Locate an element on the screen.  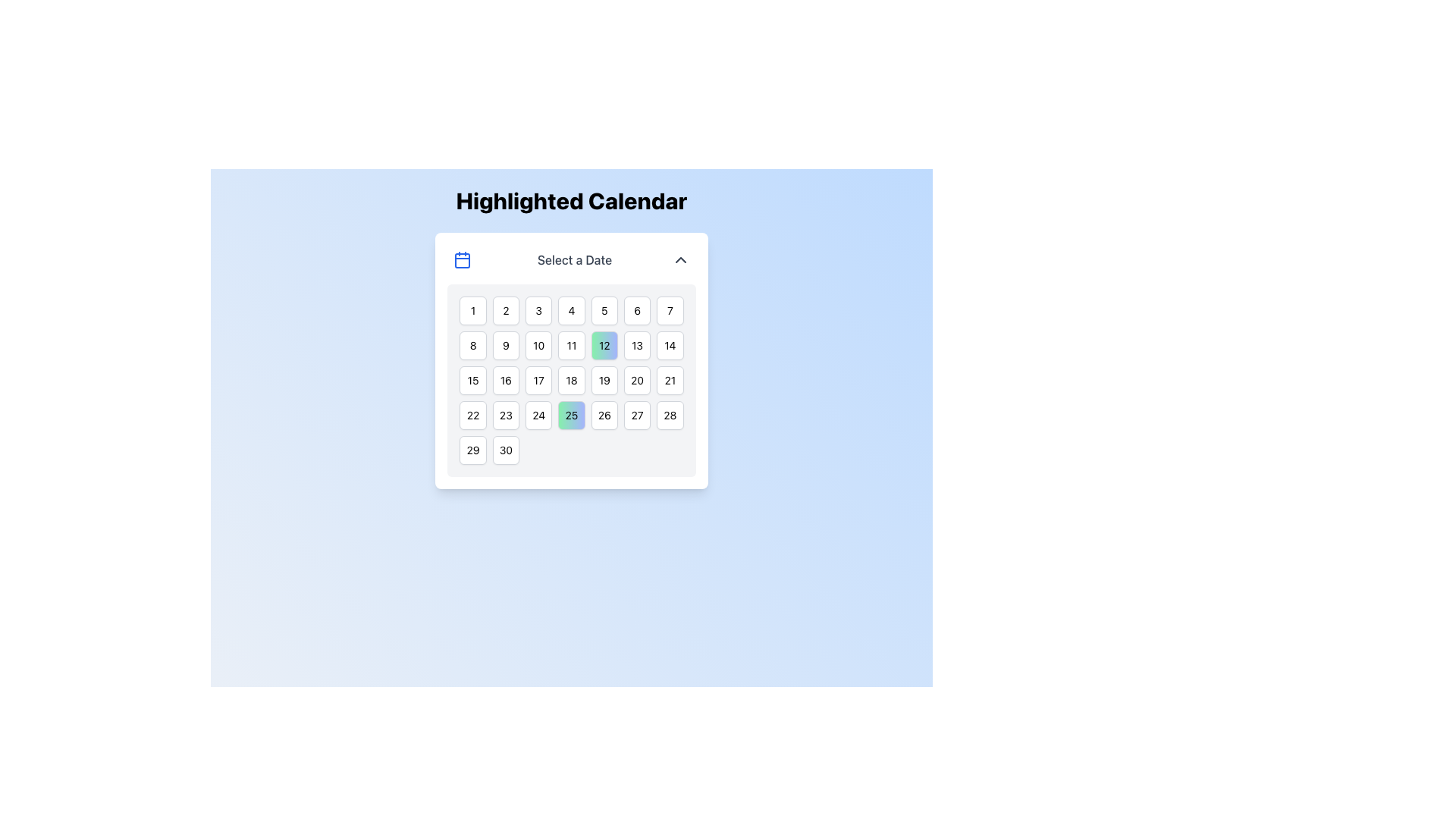
the button representing the 10th day is located at coordinates (538, 345).